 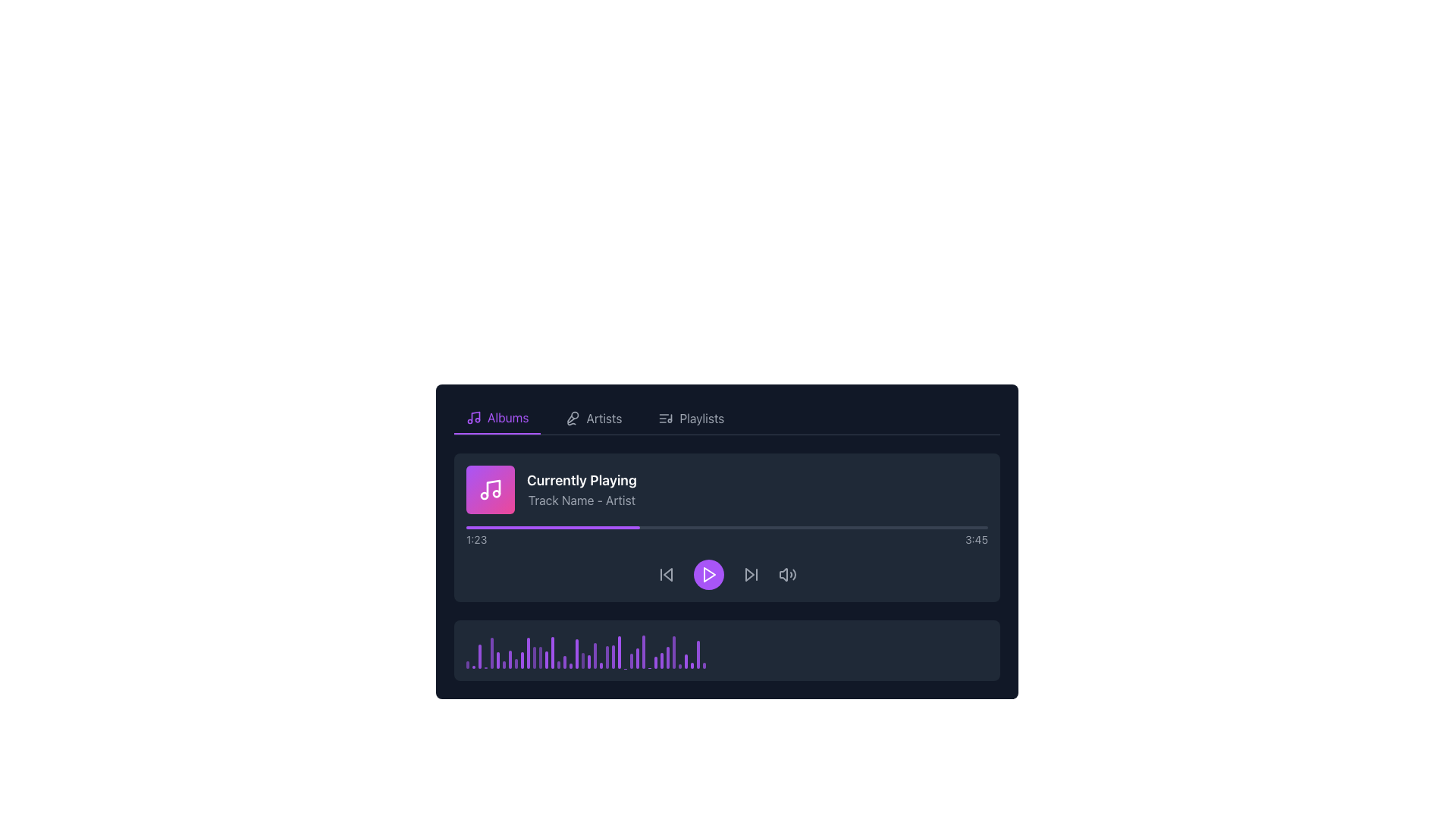 I want to click on the informational text displaying the currently playing track and artist name, located in the 'Currently Playing' section of the music player interface, so click(x=581, y=500).